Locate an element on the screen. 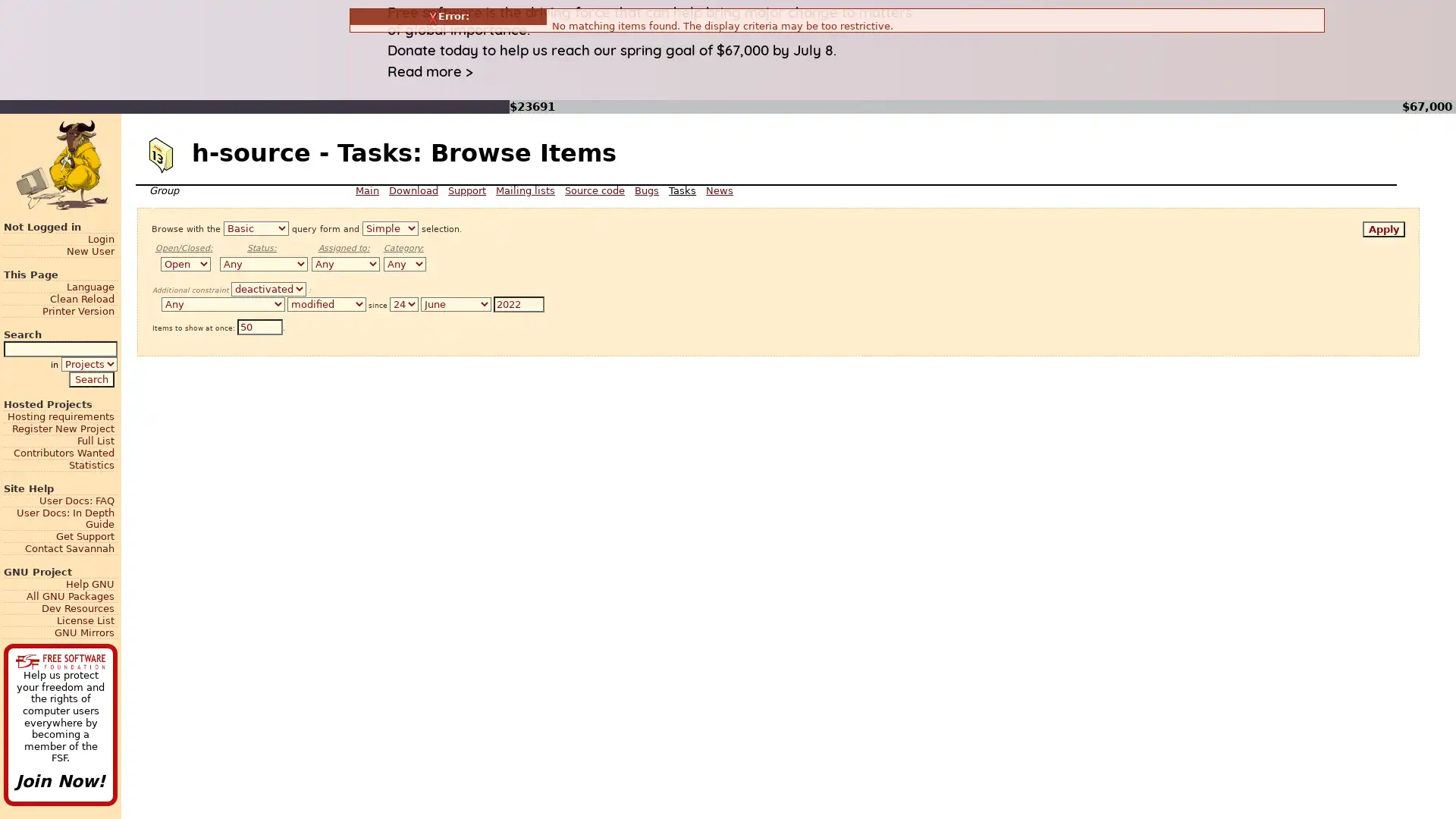  Apply is located at coordinates (1383, 229).